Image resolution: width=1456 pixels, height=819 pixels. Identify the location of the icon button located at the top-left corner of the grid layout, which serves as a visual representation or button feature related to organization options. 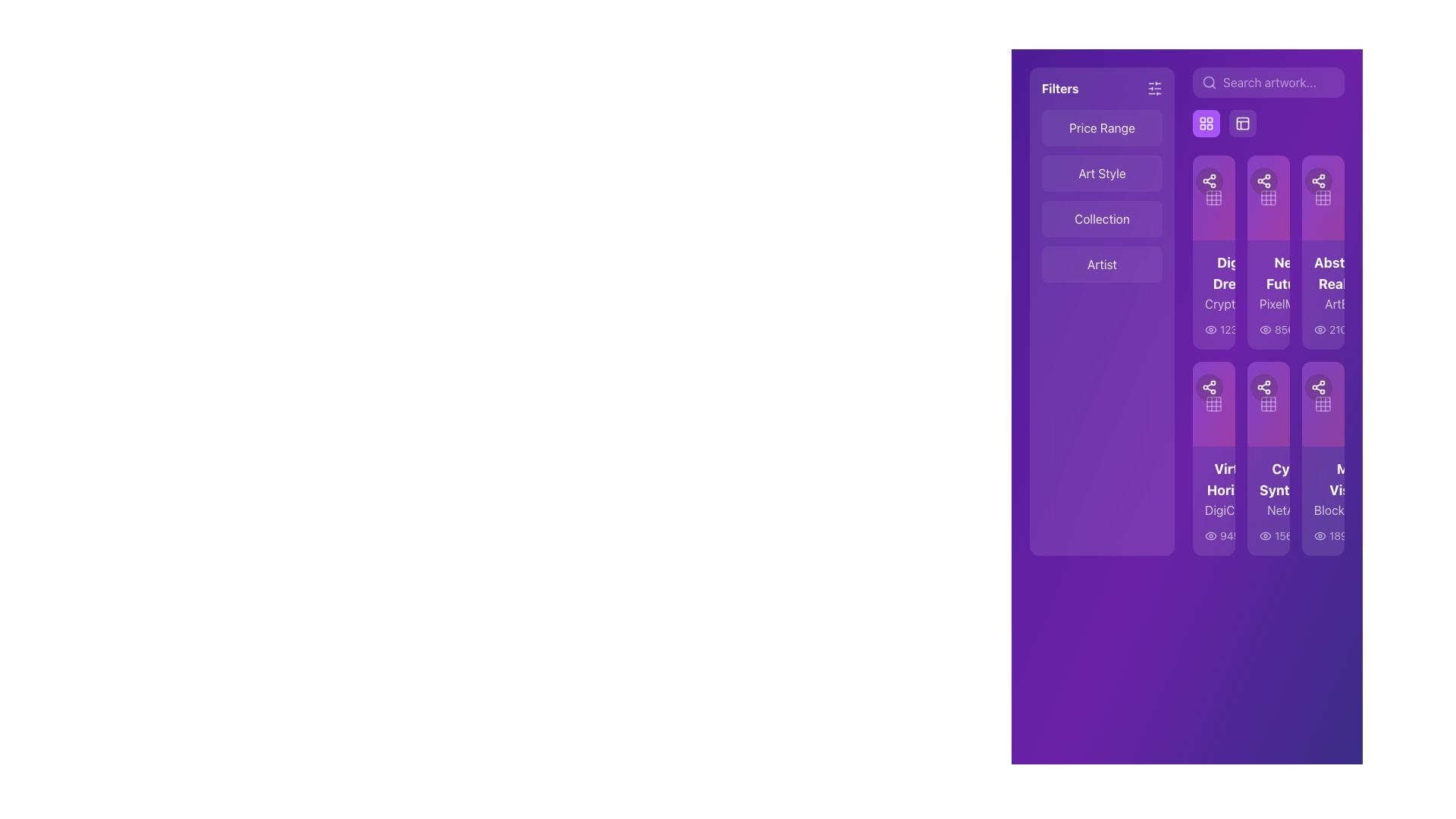
(1214, 197).